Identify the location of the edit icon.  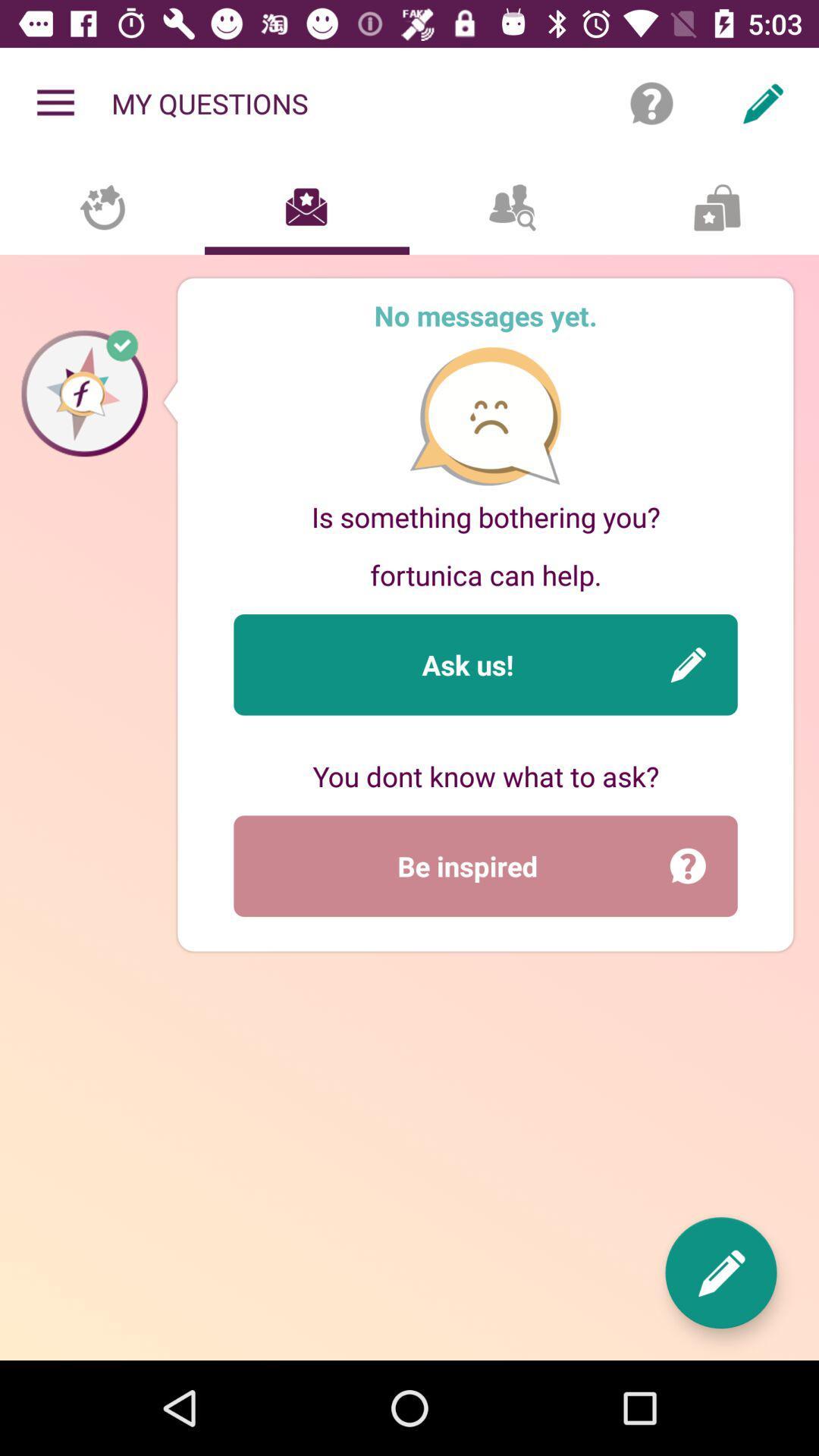
(720, 1272).